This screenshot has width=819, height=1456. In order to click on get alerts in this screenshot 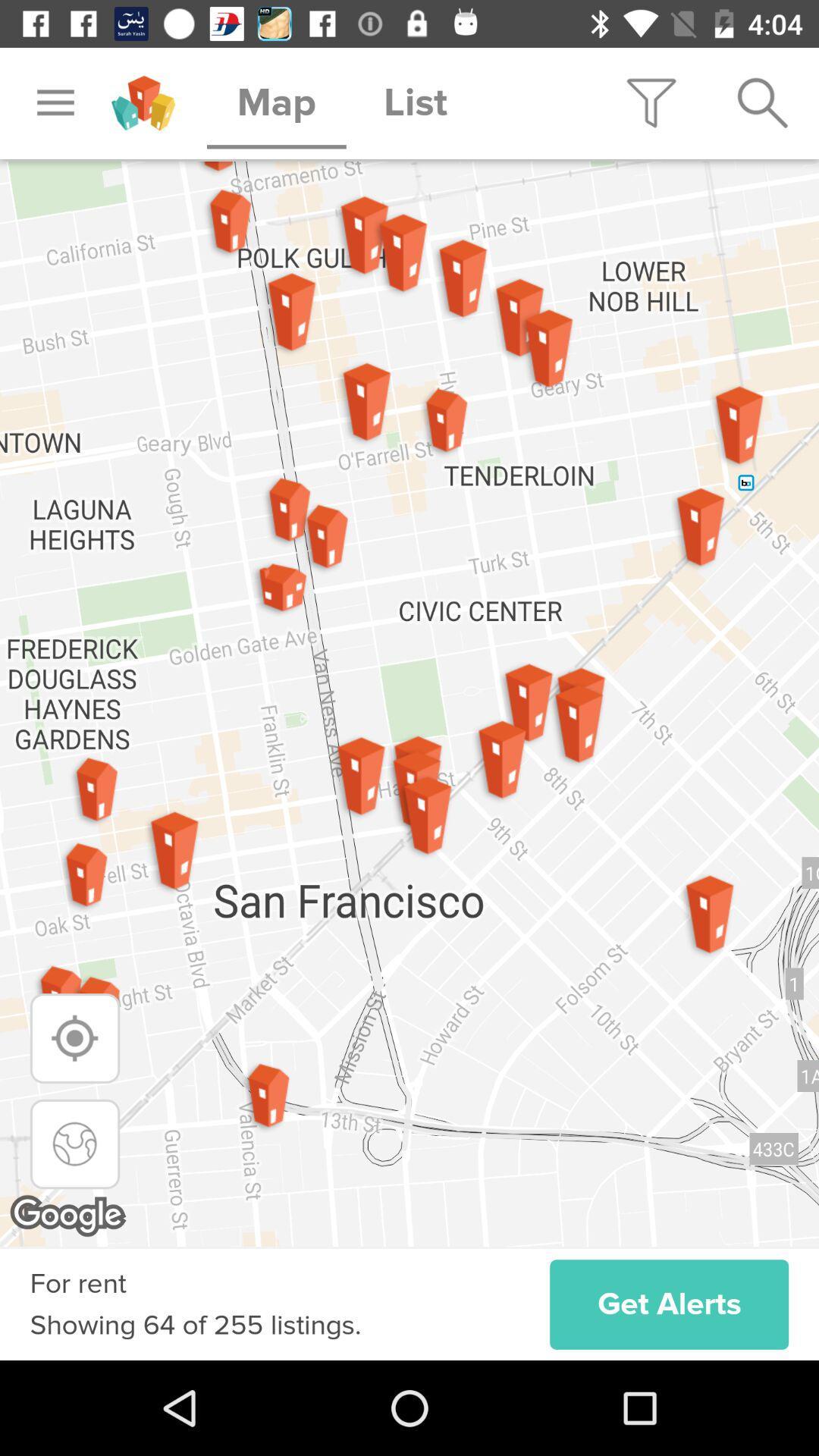, I will do `click(668, 1304)`.